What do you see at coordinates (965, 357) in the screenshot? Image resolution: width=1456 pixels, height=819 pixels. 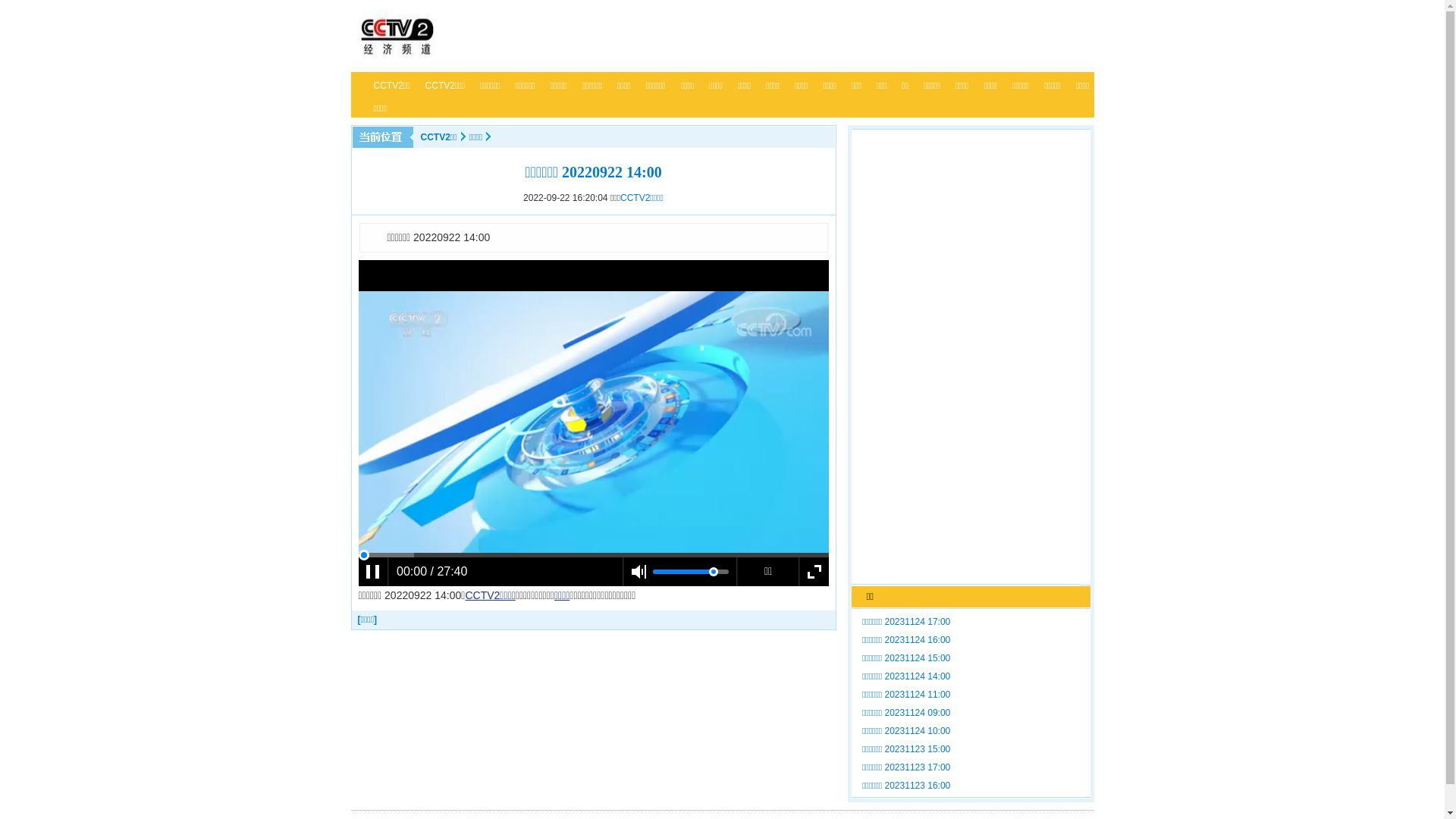 I see `'Advertisement'` at bounding box center [965, 357].